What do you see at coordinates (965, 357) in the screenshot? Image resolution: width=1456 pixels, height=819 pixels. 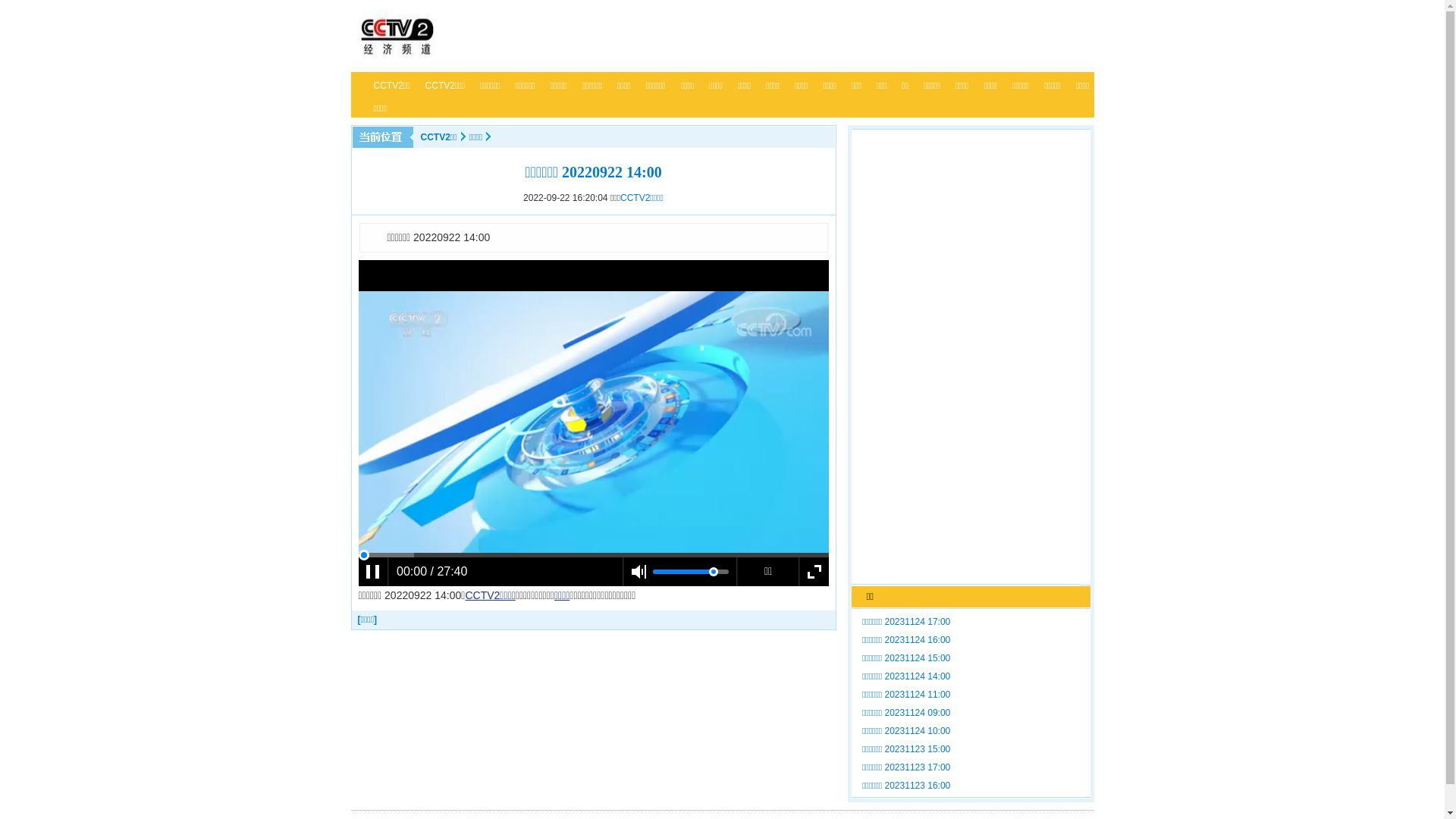 I see `'Advertisement'` at bounding box center [965, 357].